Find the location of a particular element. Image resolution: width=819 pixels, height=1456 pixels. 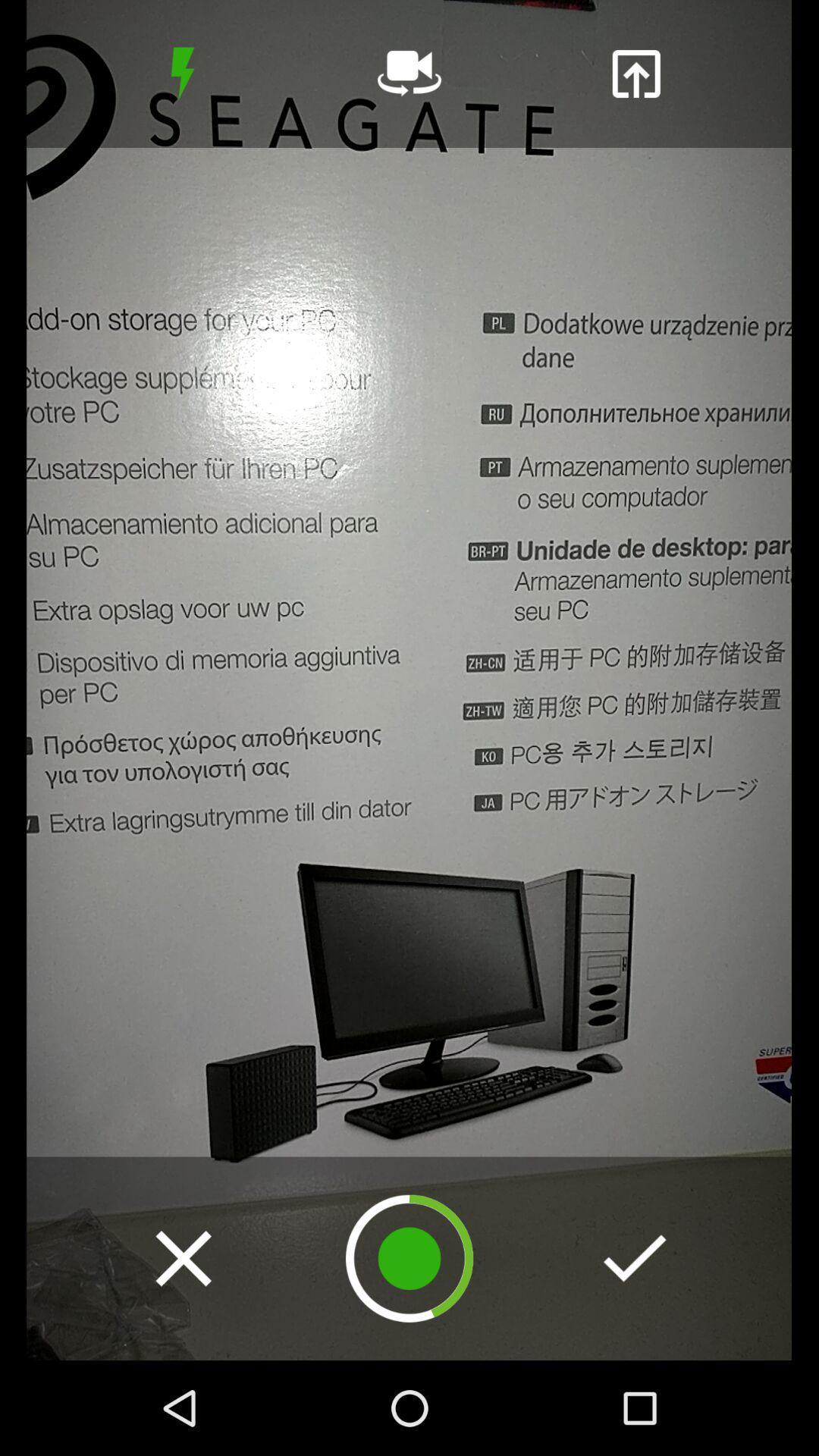

delete previous segment is located at coordinates (183, 1258).